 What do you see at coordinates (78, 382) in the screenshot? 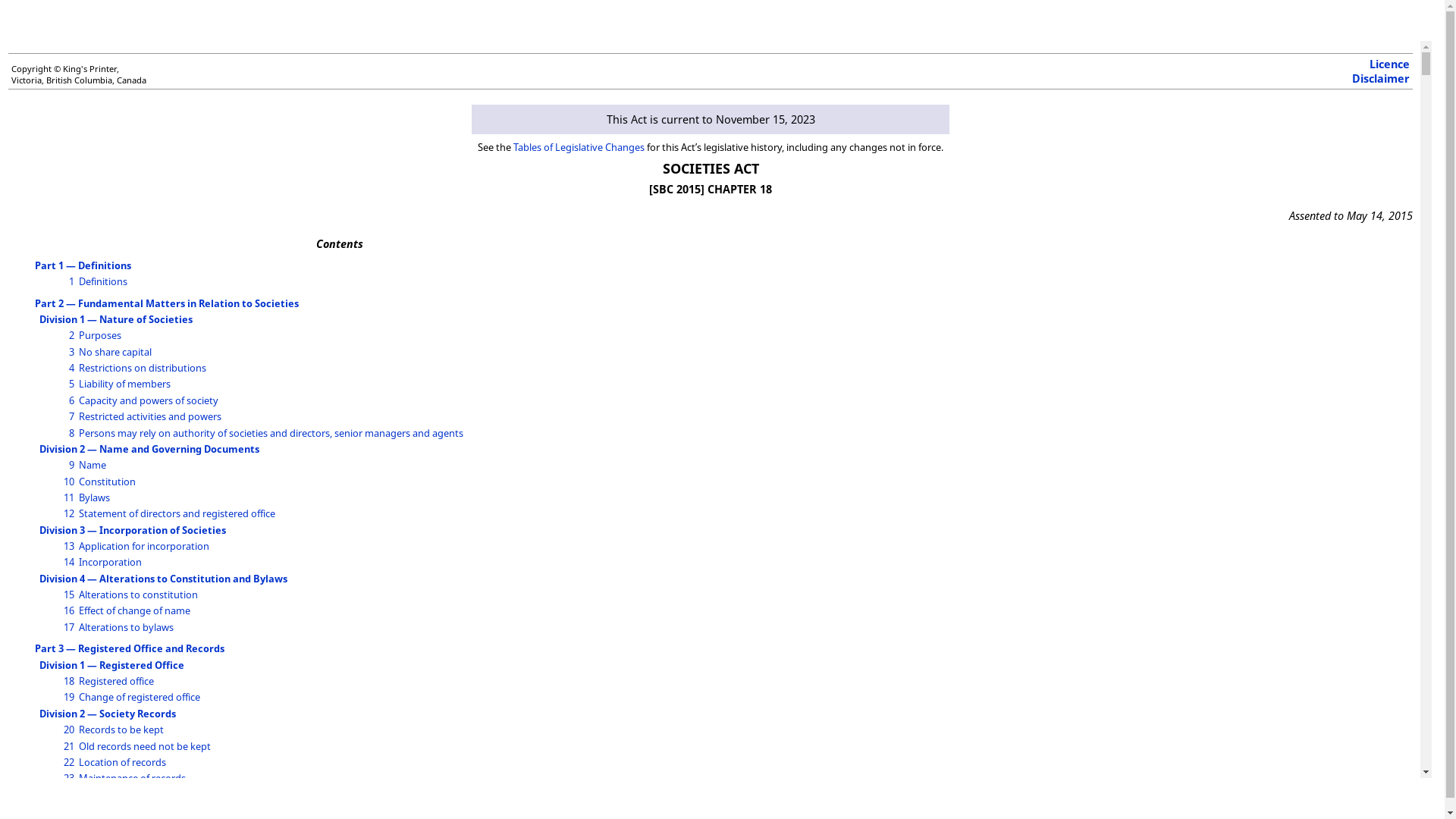
I see `'Liability of members'` at bounding box center [78, 382].